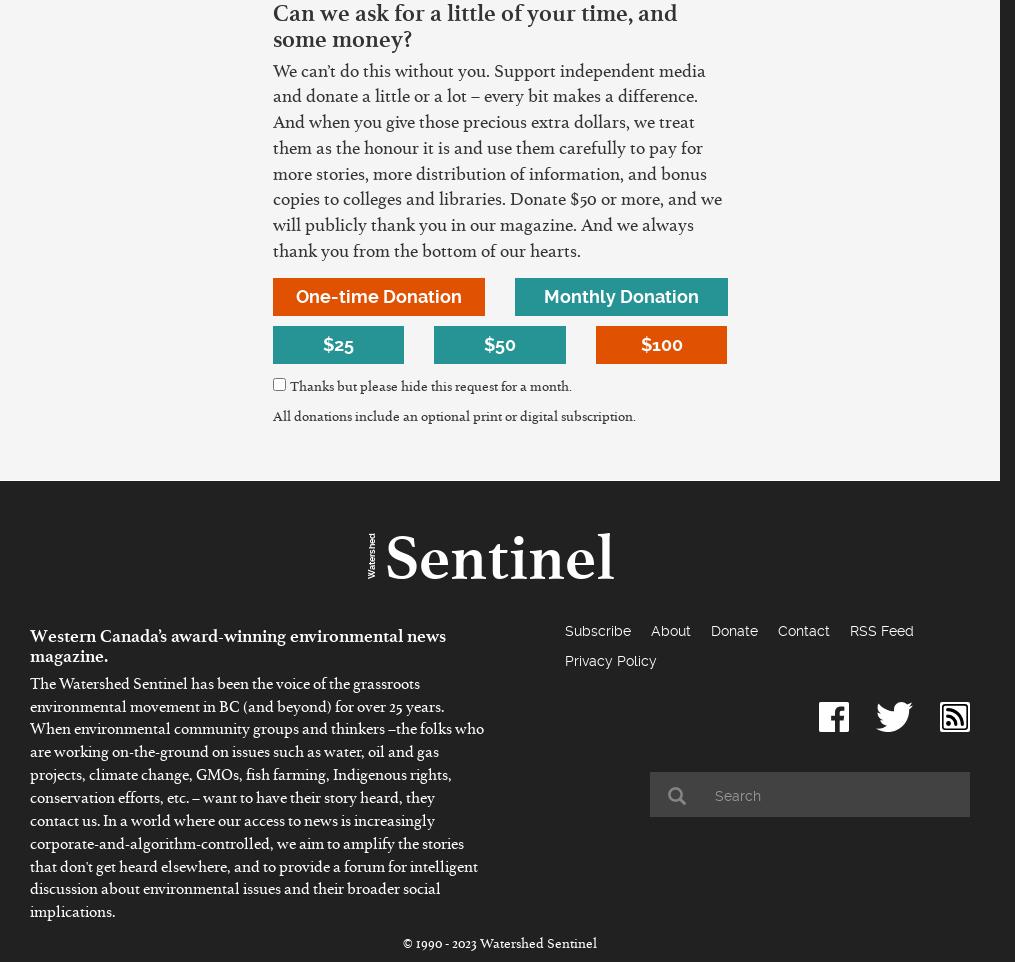  Describe the element at coordinates (776, 630) in the screenshot. I see `'Contact'` at that location.